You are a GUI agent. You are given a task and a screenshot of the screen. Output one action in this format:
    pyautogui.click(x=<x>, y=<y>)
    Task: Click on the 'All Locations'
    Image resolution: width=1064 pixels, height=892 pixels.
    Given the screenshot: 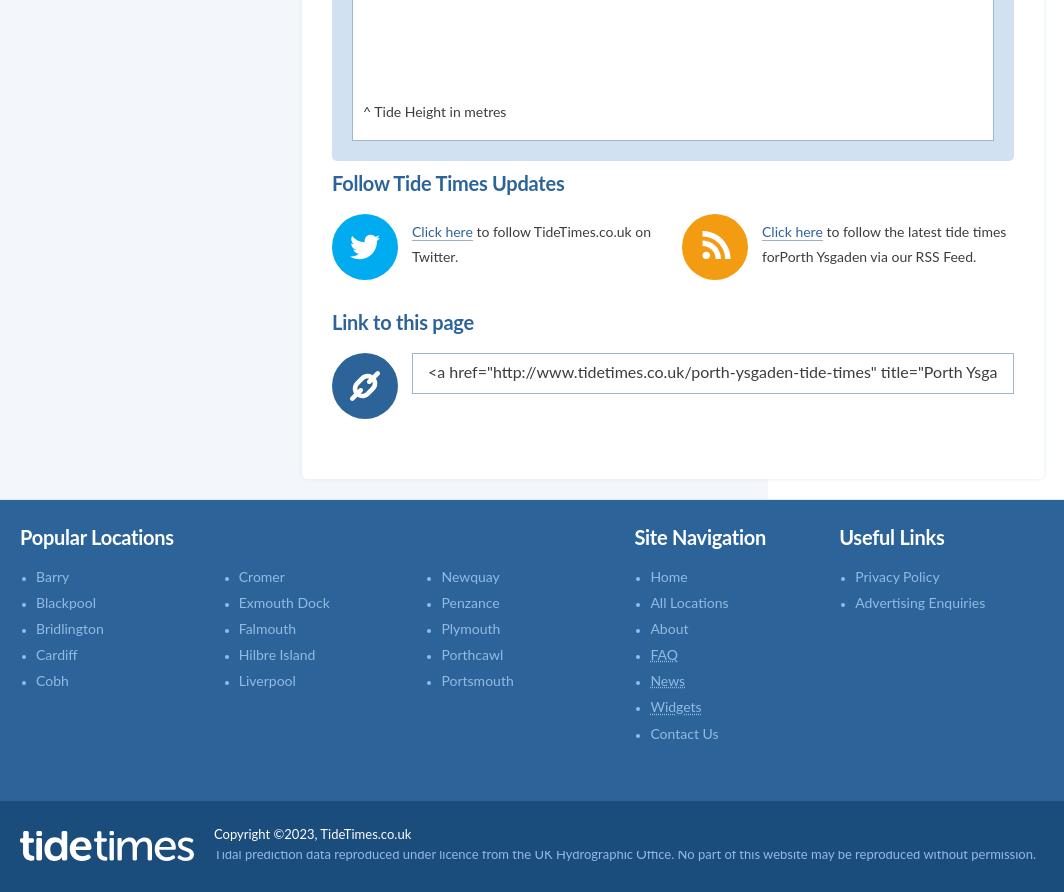 What is the action you would take?
    pyautogui.click(x=689, y=601)
    